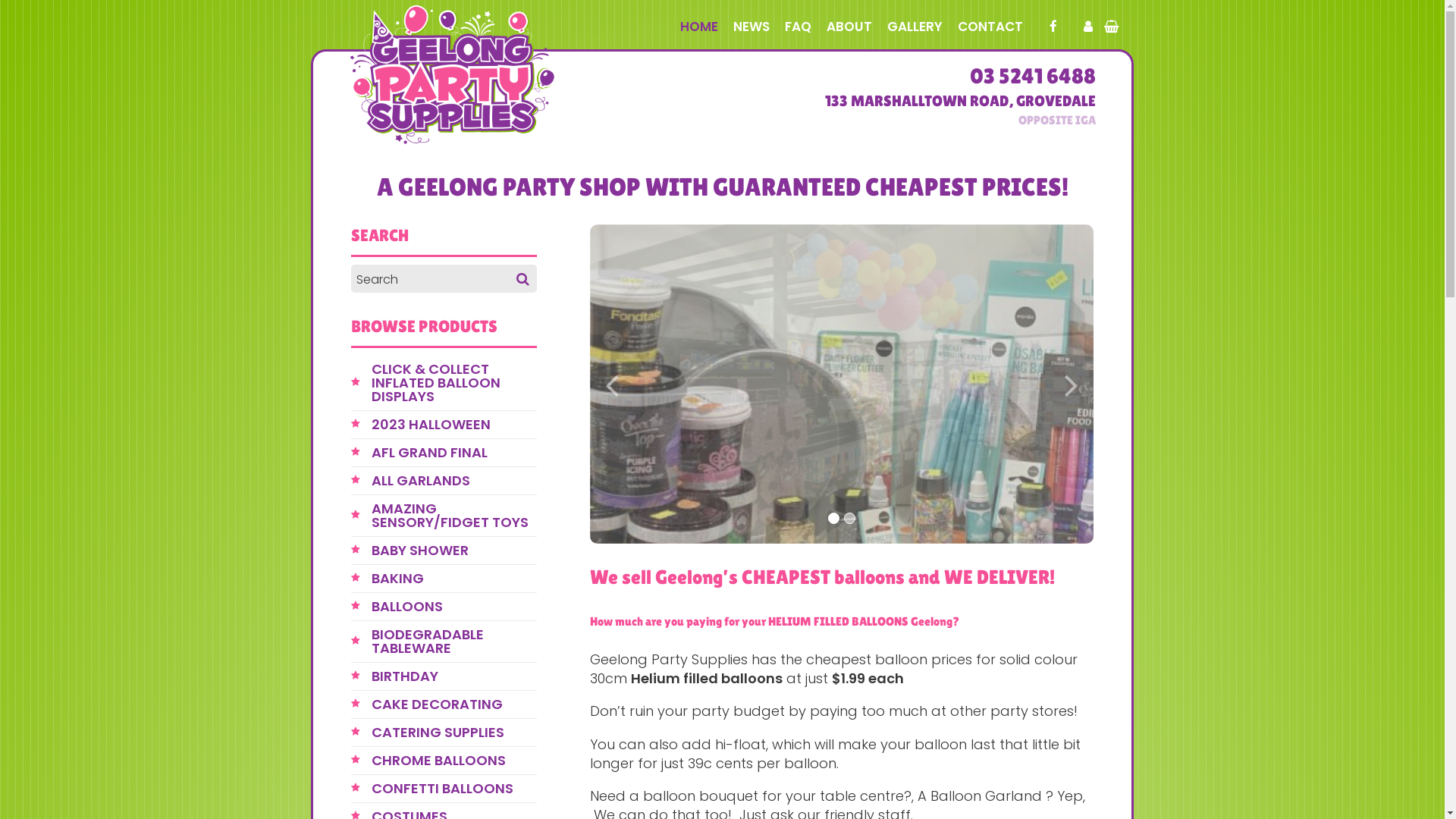 The height and width of the screenshot is (819, 1456). I want to click on 'FAQ', so click(797, 26).